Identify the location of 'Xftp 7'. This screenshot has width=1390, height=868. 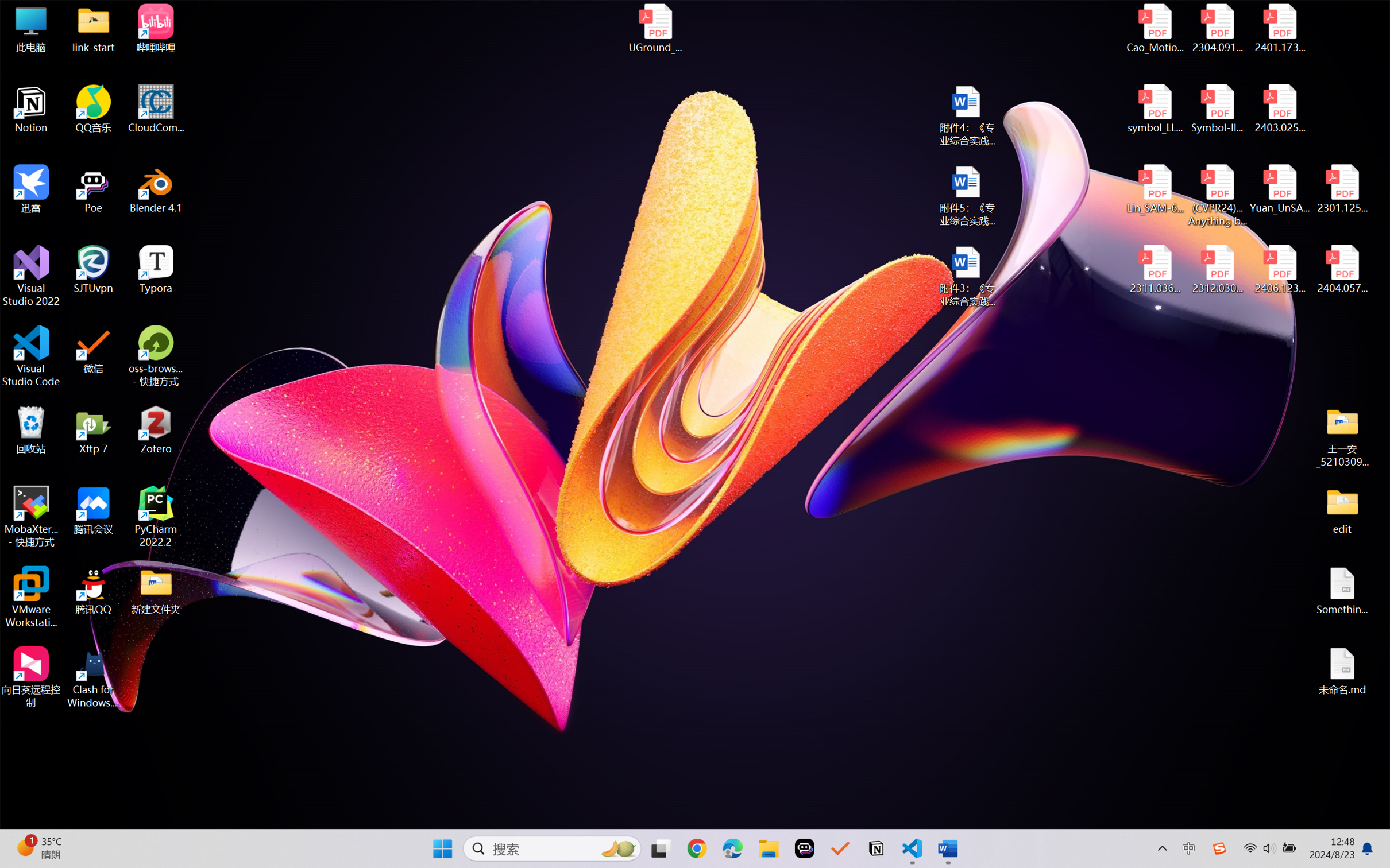
(94, 429).